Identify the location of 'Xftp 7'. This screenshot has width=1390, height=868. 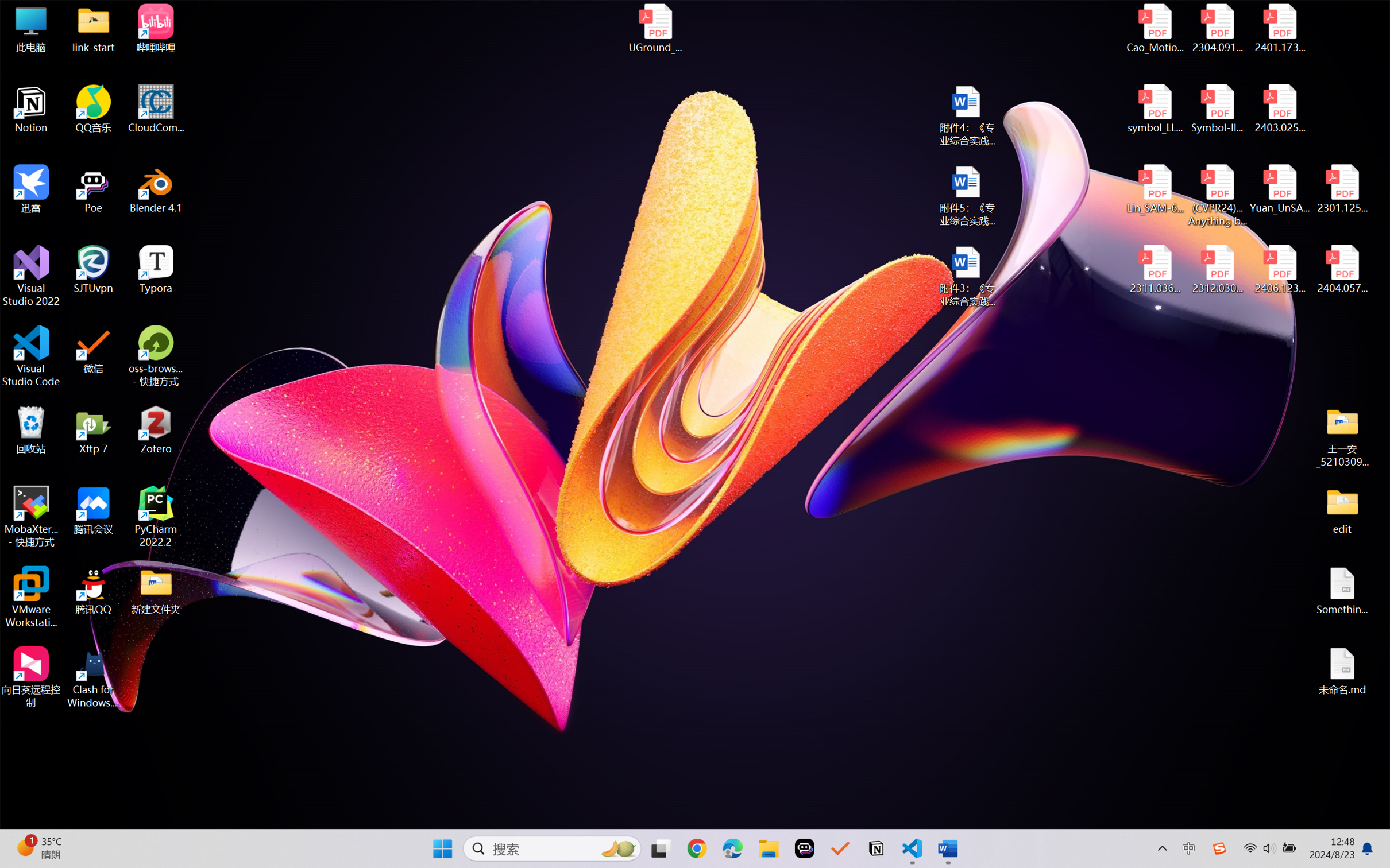
(94, 429).